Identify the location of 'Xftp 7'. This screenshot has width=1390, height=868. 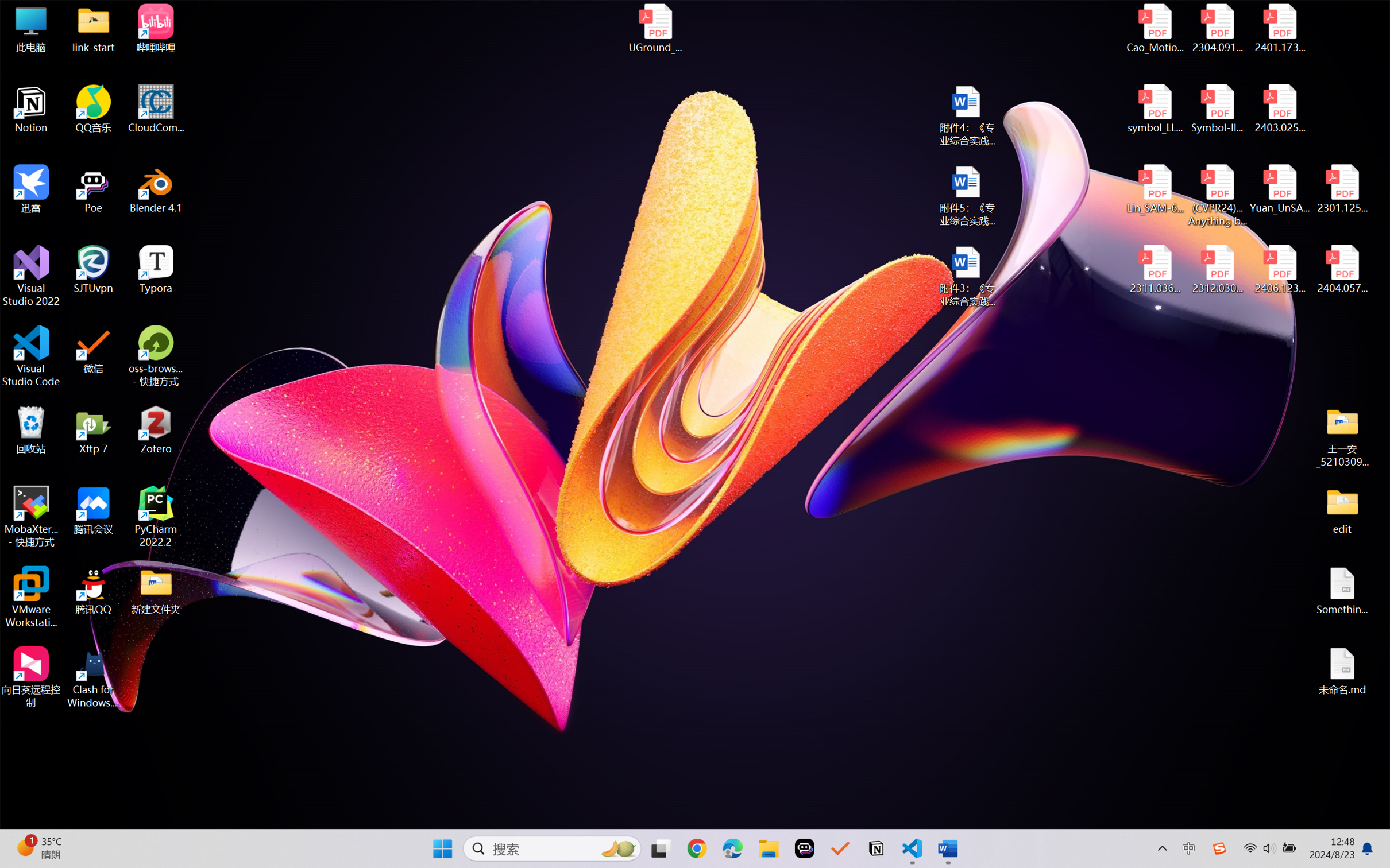
(94, 429).